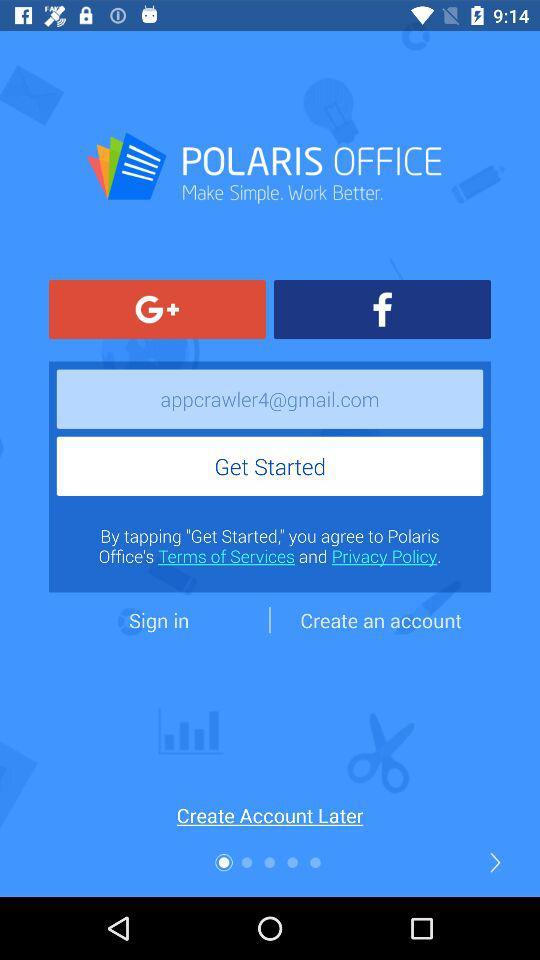 This screenshot has height=960, width=540. What do you see at coordinates (156, 309) in the screenshot?
I see `the compare icon` at bounding box center [156, 309].